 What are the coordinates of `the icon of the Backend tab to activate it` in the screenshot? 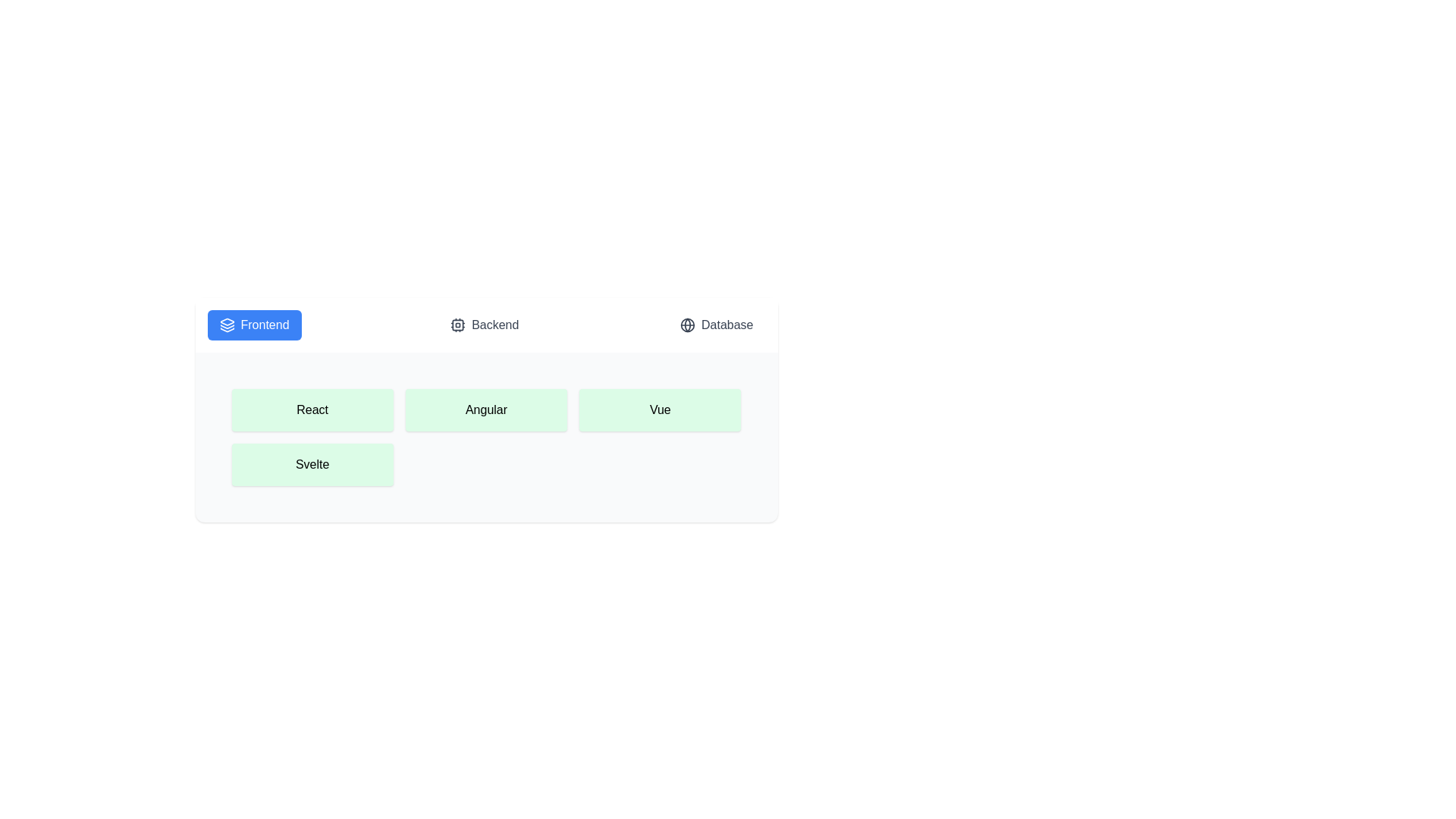 It's located at (457, 324).